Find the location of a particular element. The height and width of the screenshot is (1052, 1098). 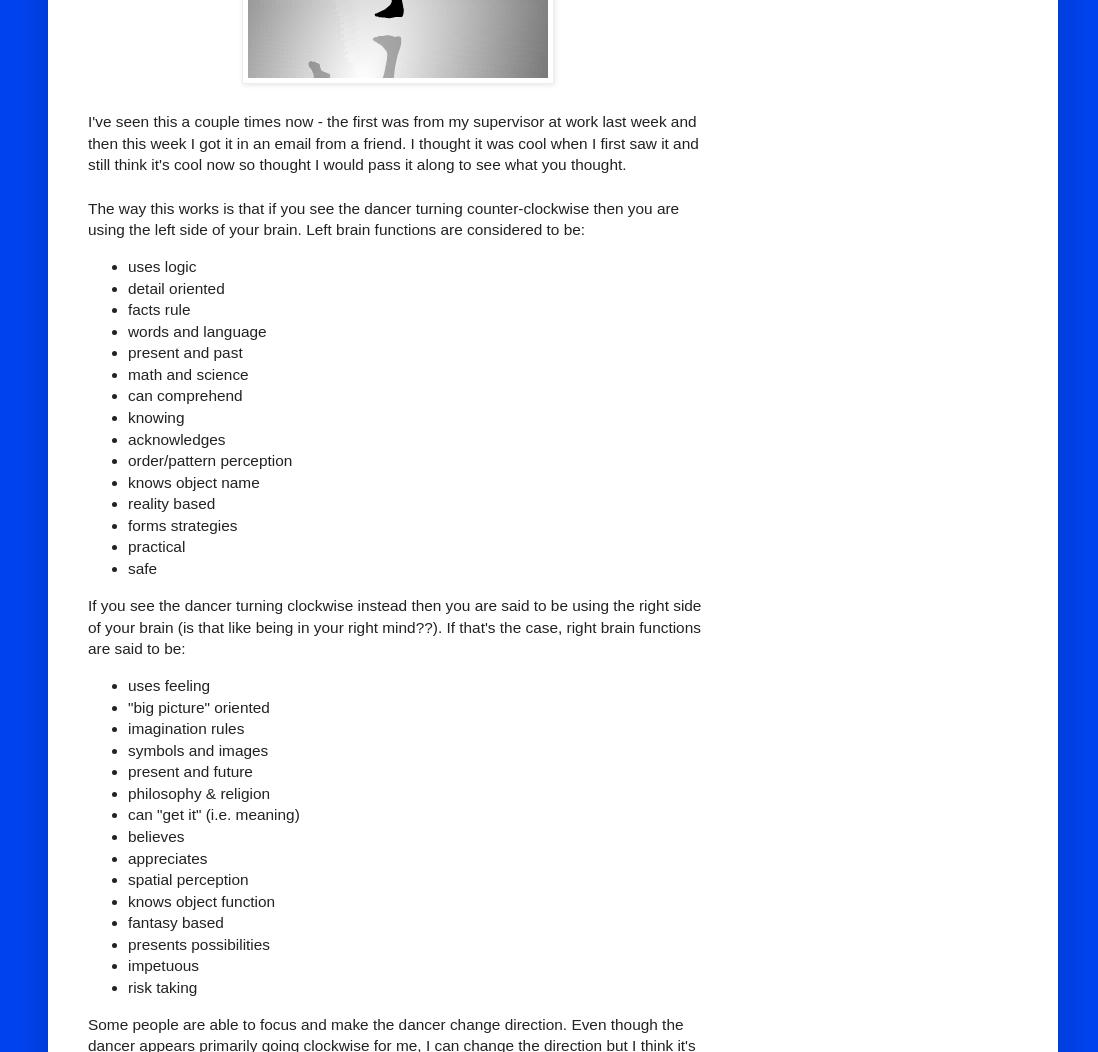

'appreciates' is located at coordinates (128, 856).